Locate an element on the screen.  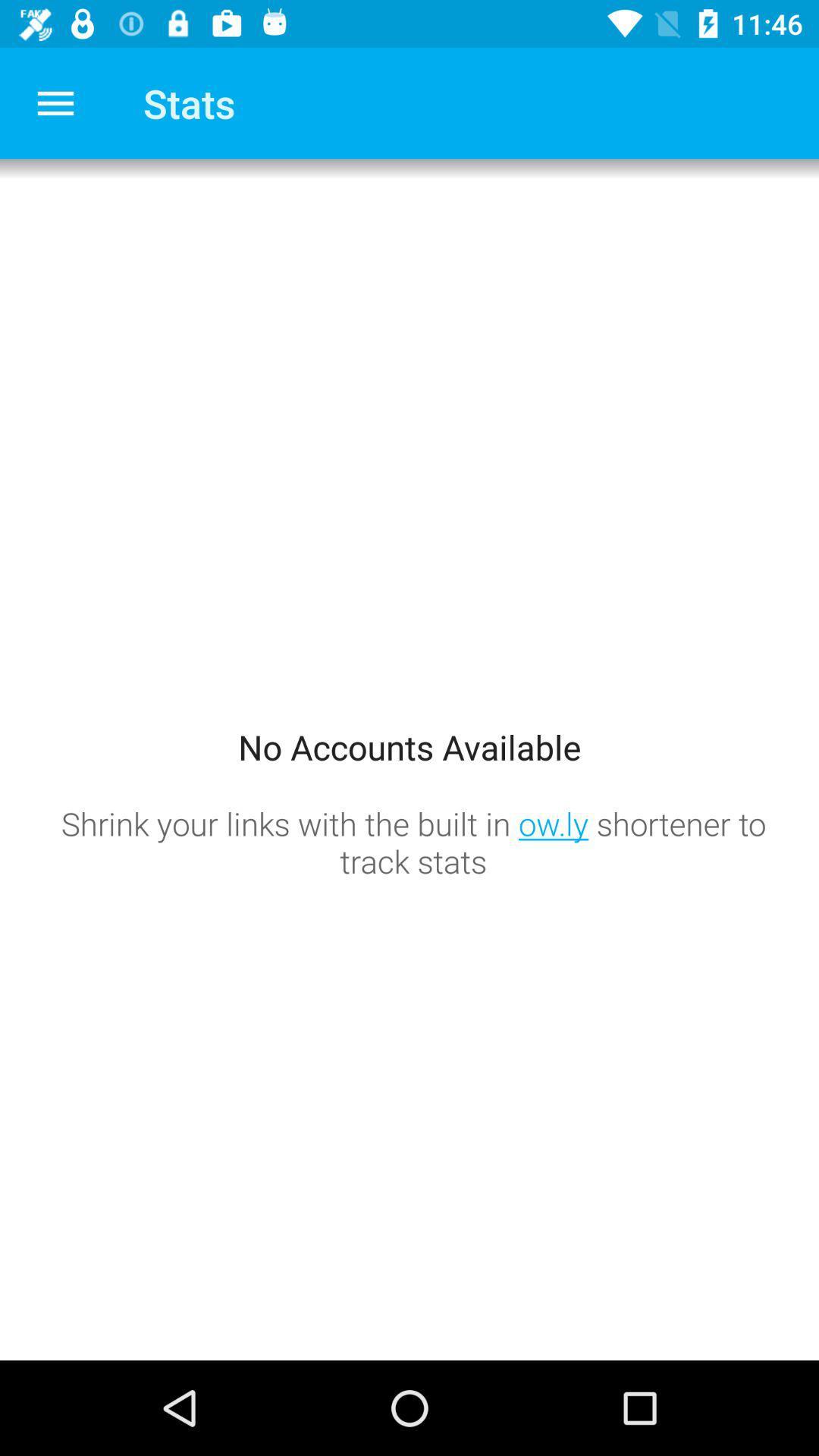
the shrink your links icon is located at coordinates (413, 841).